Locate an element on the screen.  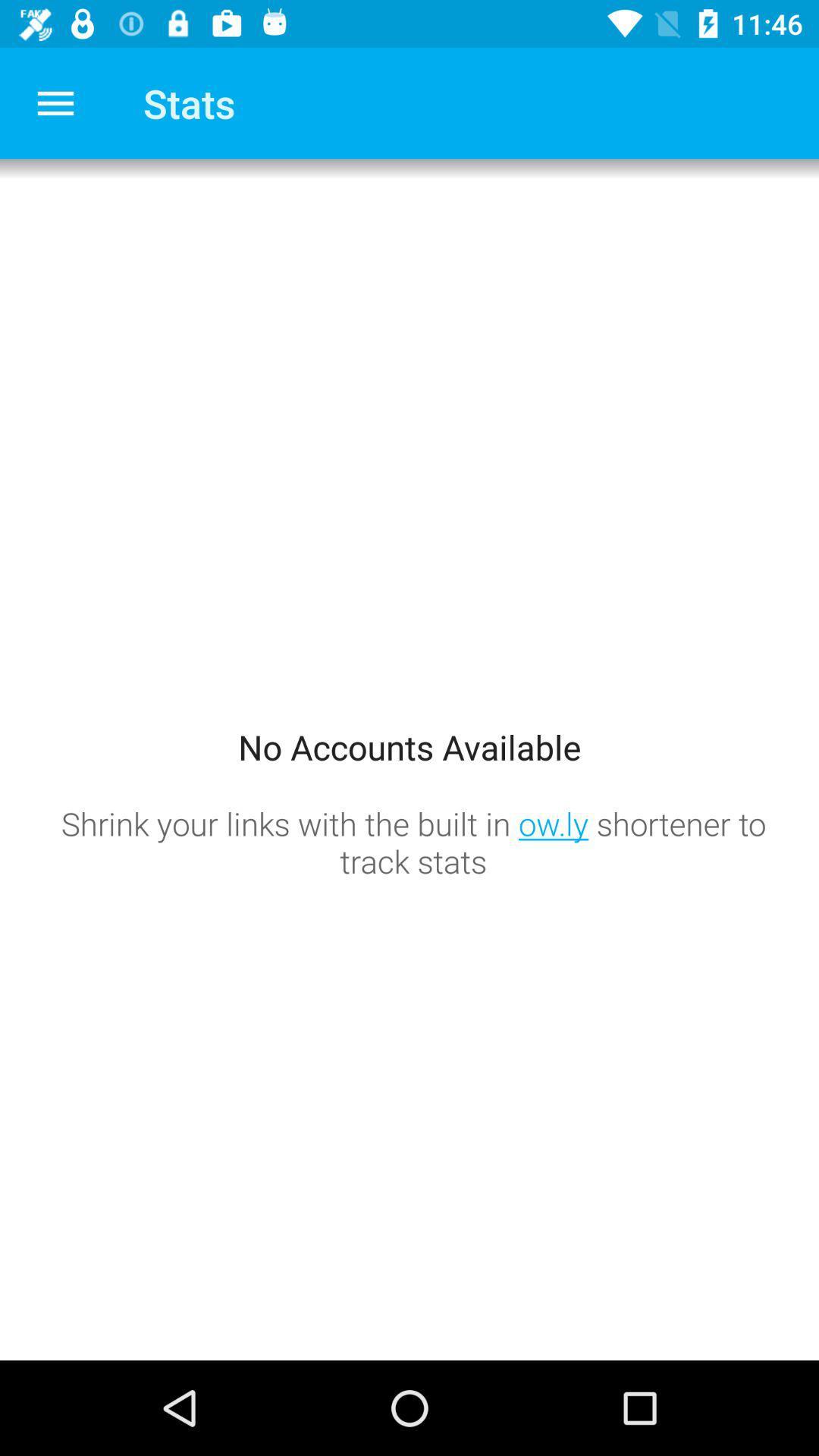
the shrink your links icon is located at coordinates (413, 841).